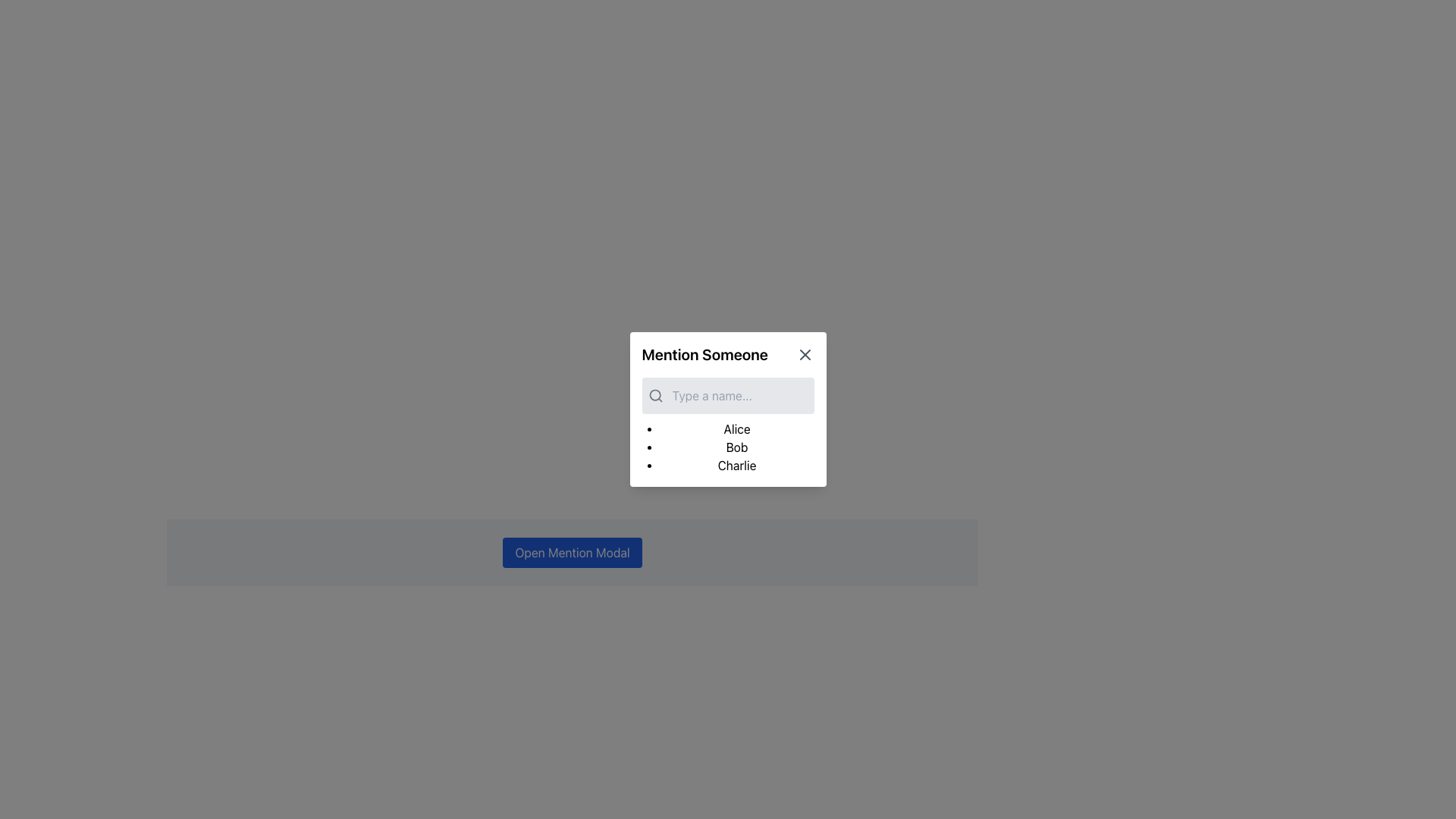  Describe the element at coordinates (736, 464) in the screenshot. I see `the third item in the vertical bullet list within the modal dialog` at that location.